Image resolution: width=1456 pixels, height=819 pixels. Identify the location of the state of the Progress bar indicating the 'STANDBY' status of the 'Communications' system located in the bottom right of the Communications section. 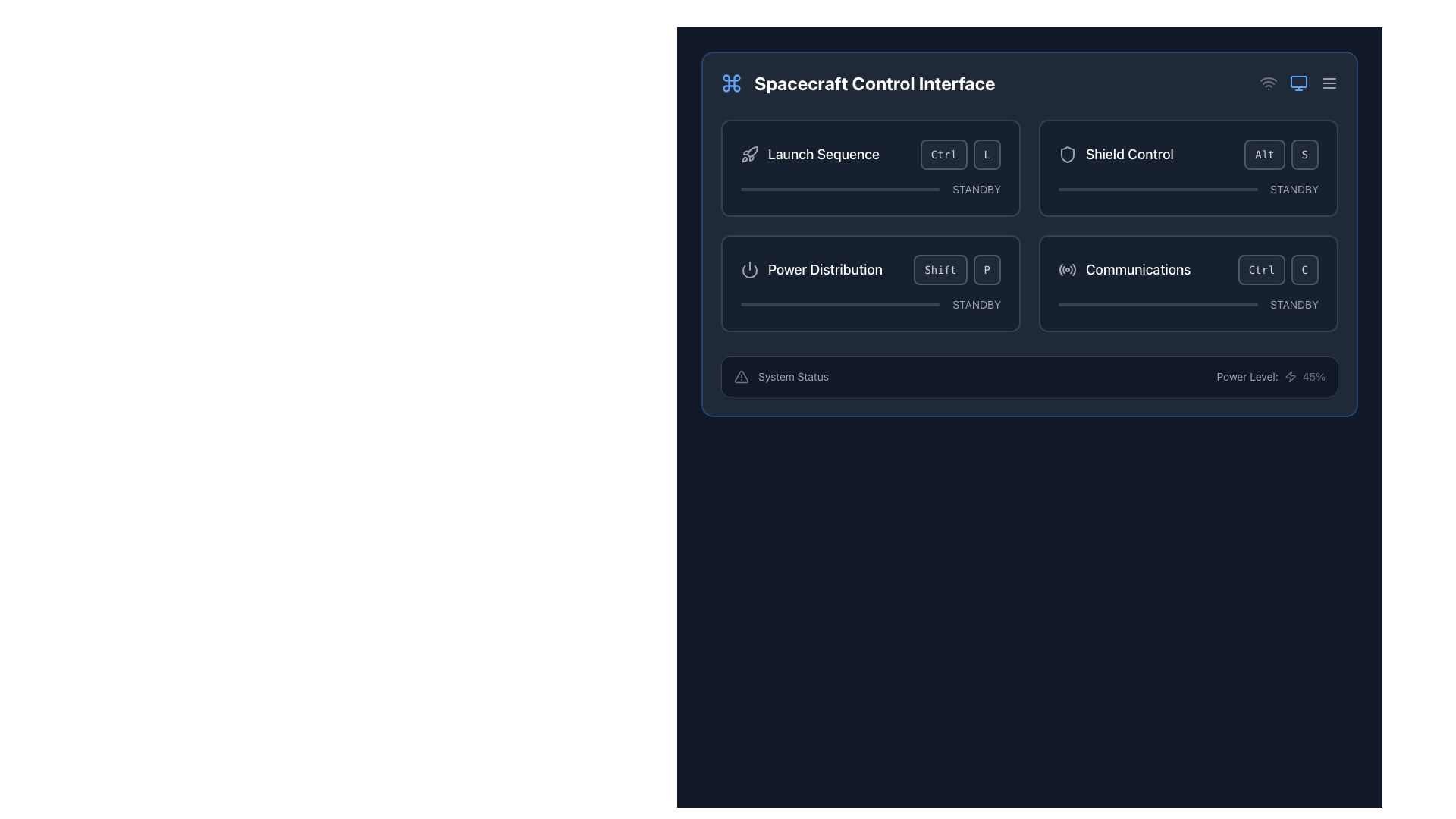
(1188, 304).